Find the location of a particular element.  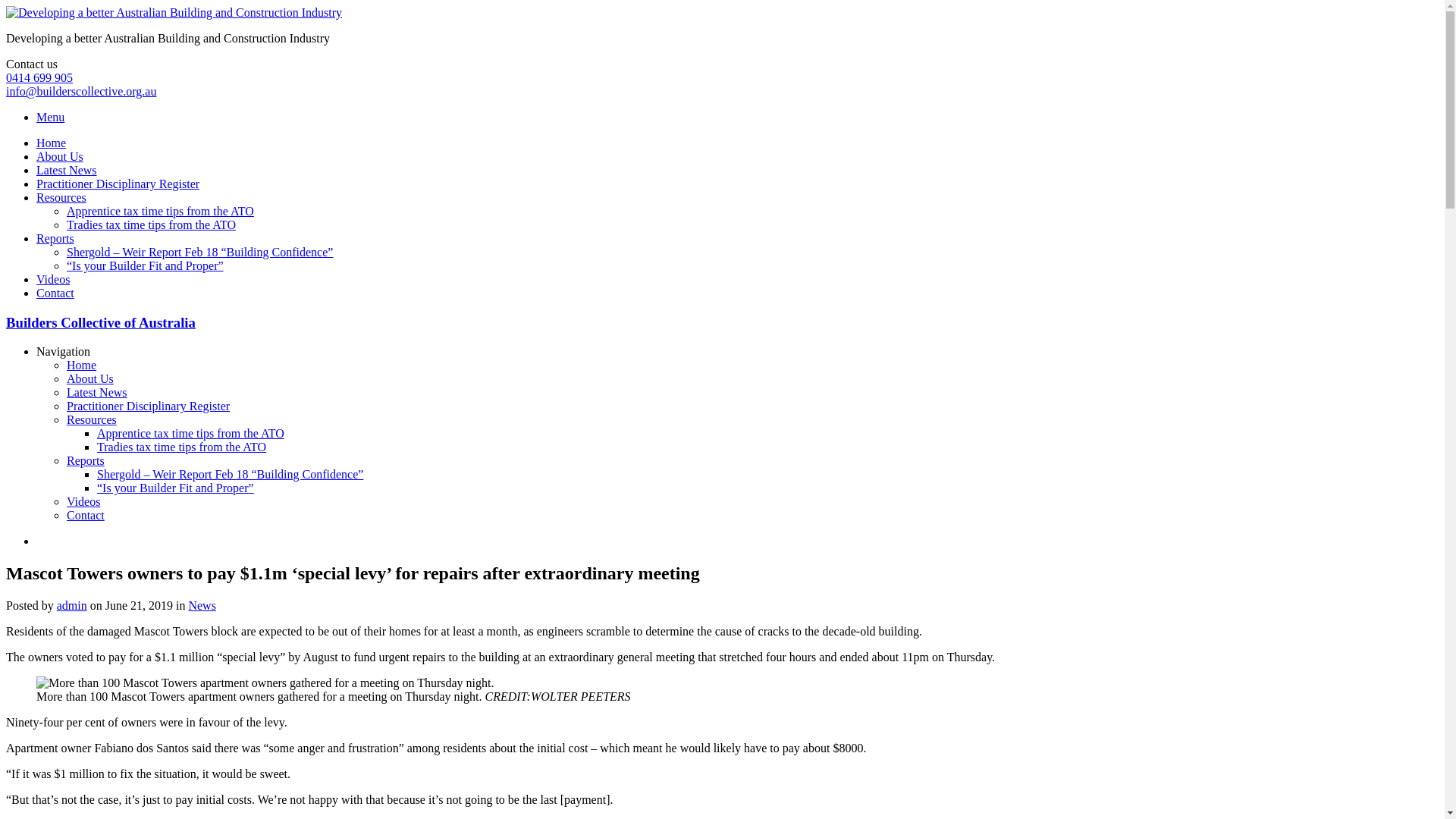

'Reports' is located at coordinates (36, 238).